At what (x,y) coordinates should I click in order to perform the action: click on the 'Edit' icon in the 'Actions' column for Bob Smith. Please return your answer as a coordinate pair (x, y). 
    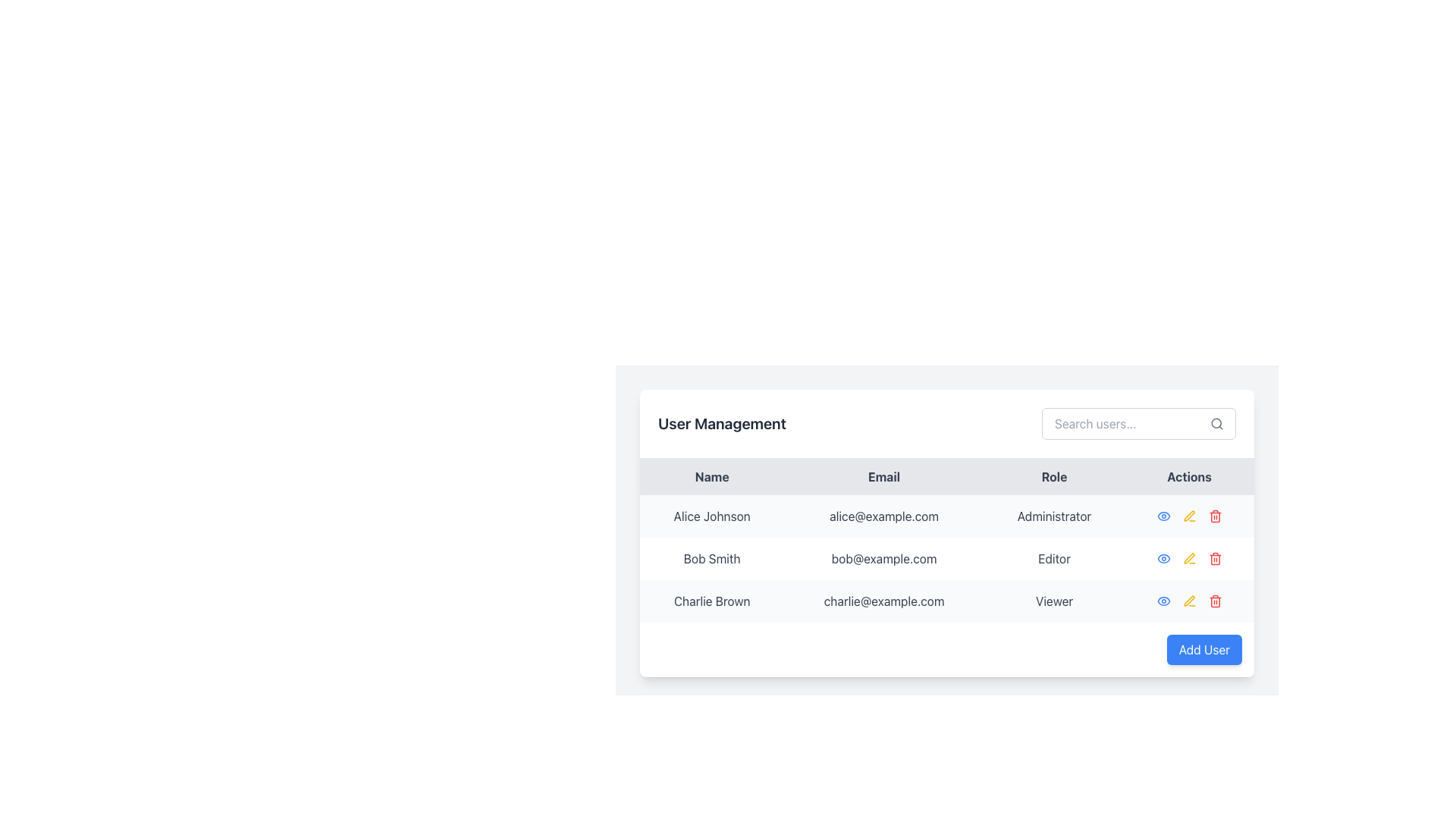
    Looking at the image, I should click on (1188, 558).